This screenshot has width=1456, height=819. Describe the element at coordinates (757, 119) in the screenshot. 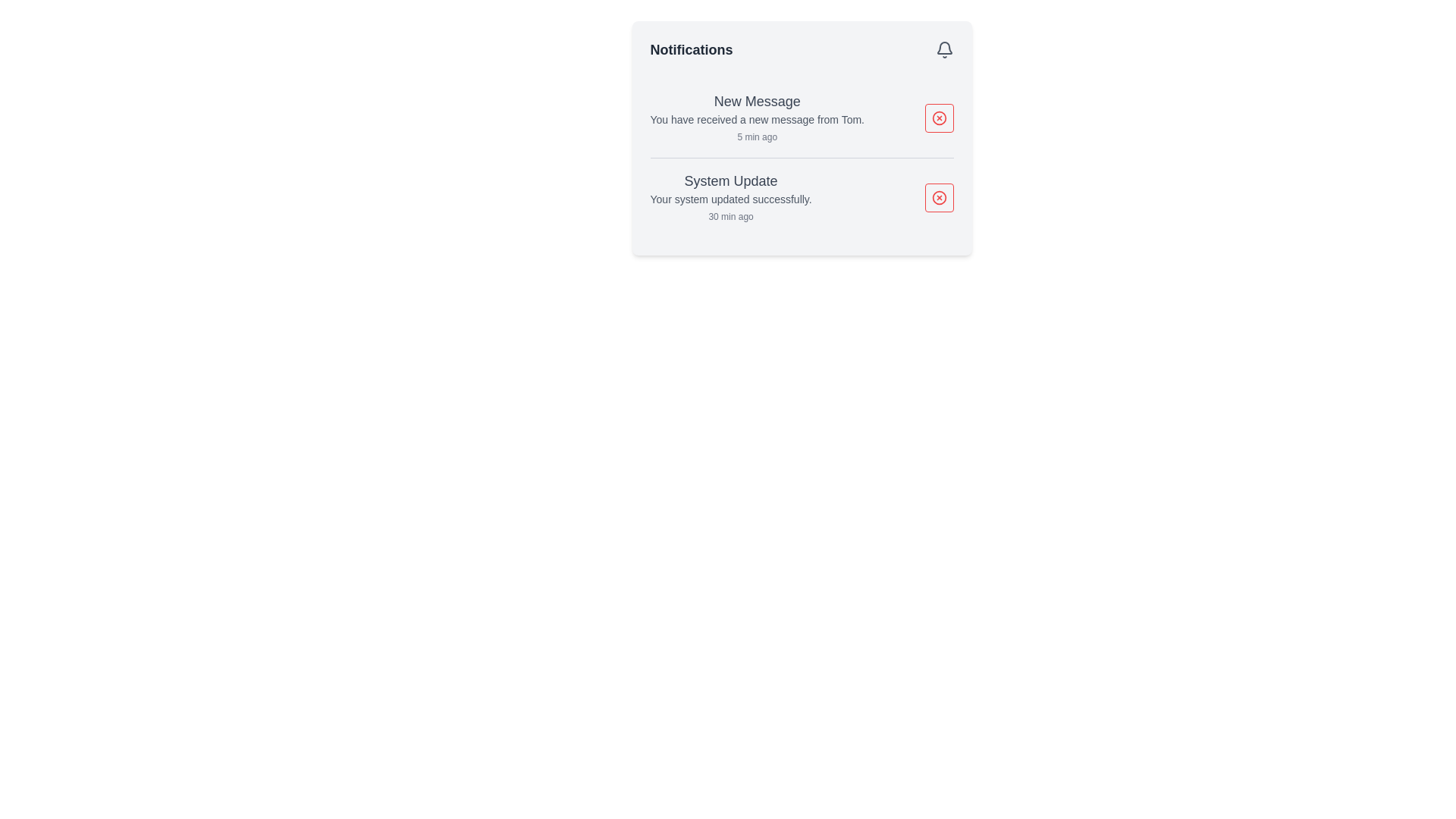

I see `static text located below the 'New Message' headline, which provides details about the notification and sender` at that location.